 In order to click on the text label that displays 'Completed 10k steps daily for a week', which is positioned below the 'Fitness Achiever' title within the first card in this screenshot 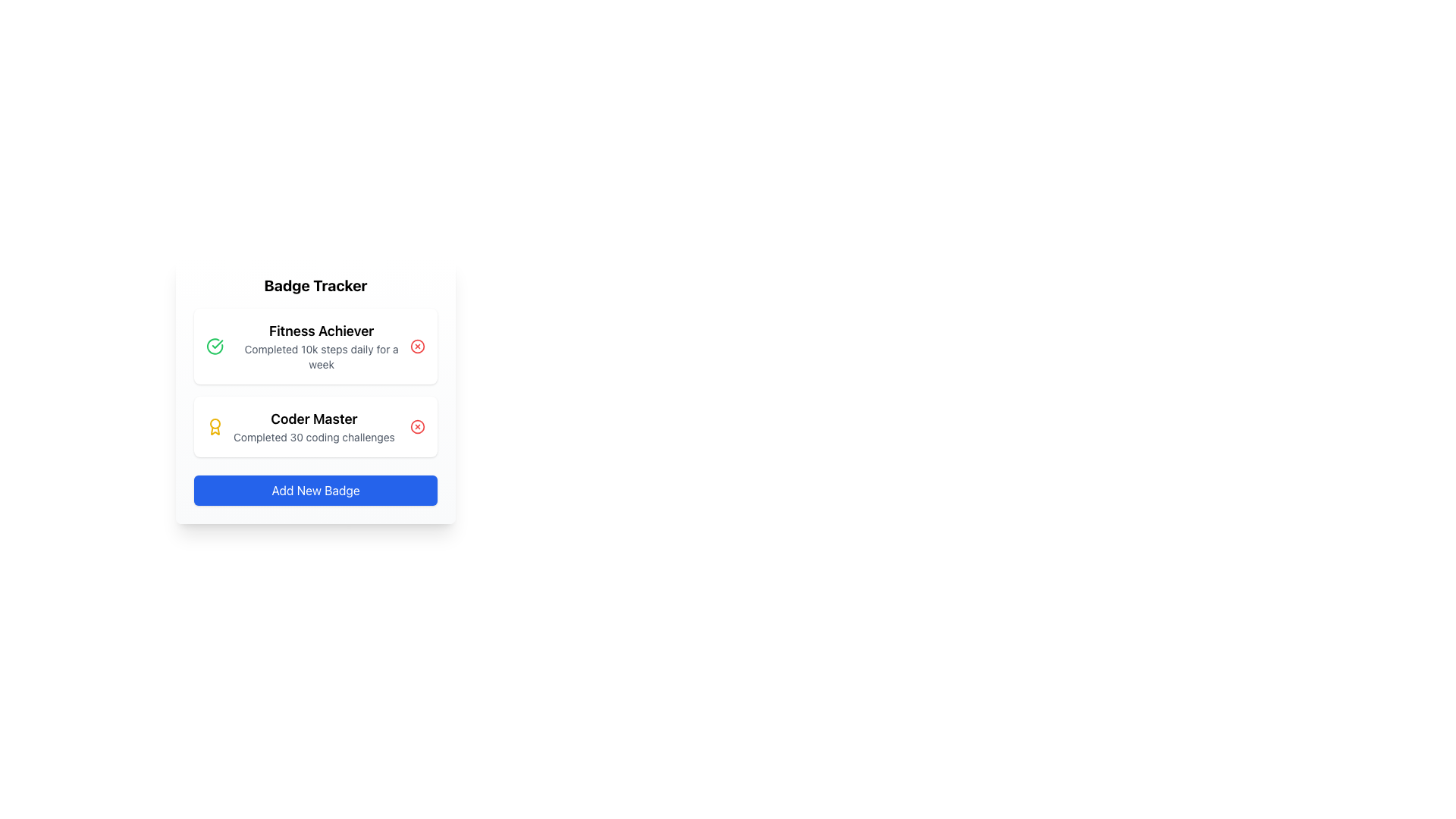, I will do `click(321, 356)`.